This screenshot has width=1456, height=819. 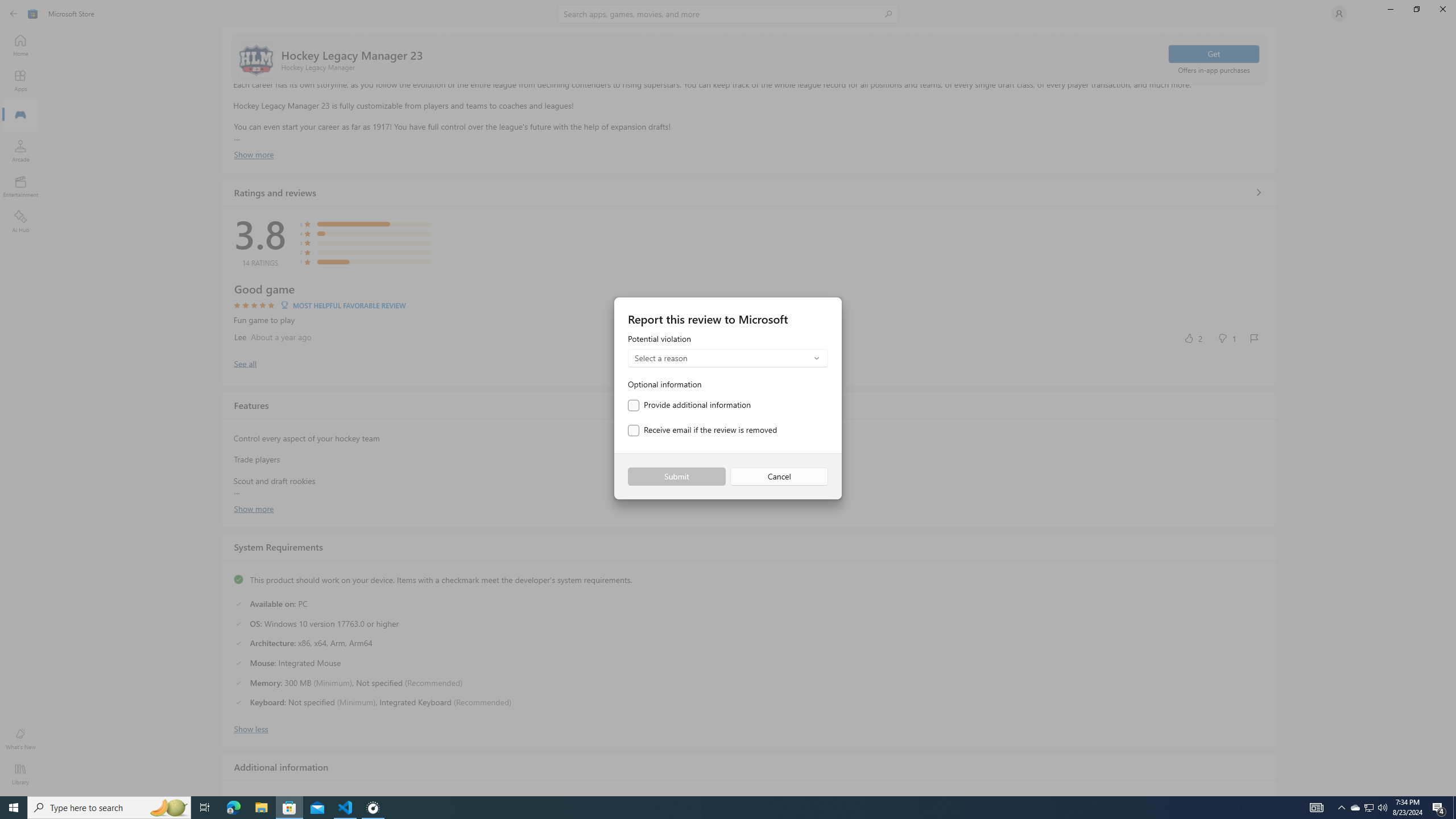 I want to click on 'Arcade', so click(x=19, y=150).